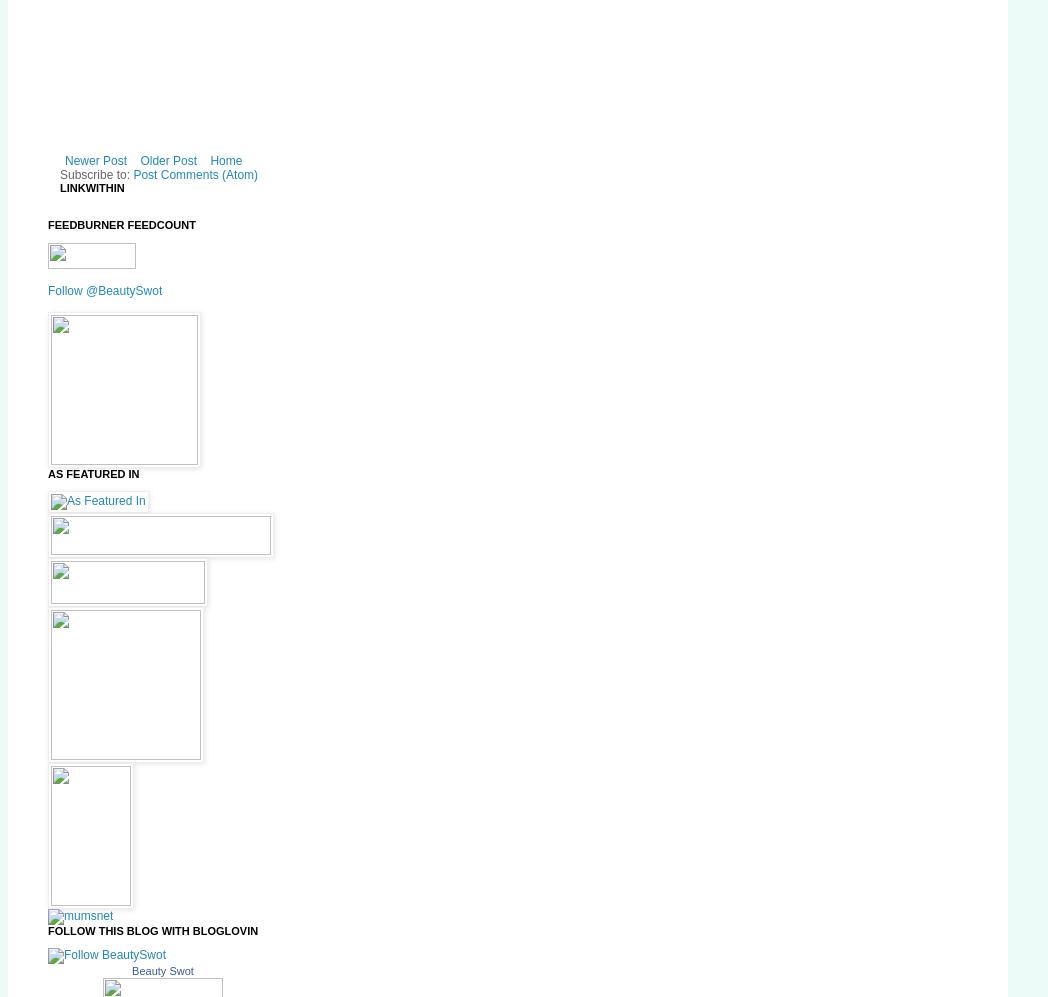 The width and height of the screenshot is (1048, 997). Describe the element at coordinates (162, 969) in the screenshot. I see `'Beauty Swot'` at that location.